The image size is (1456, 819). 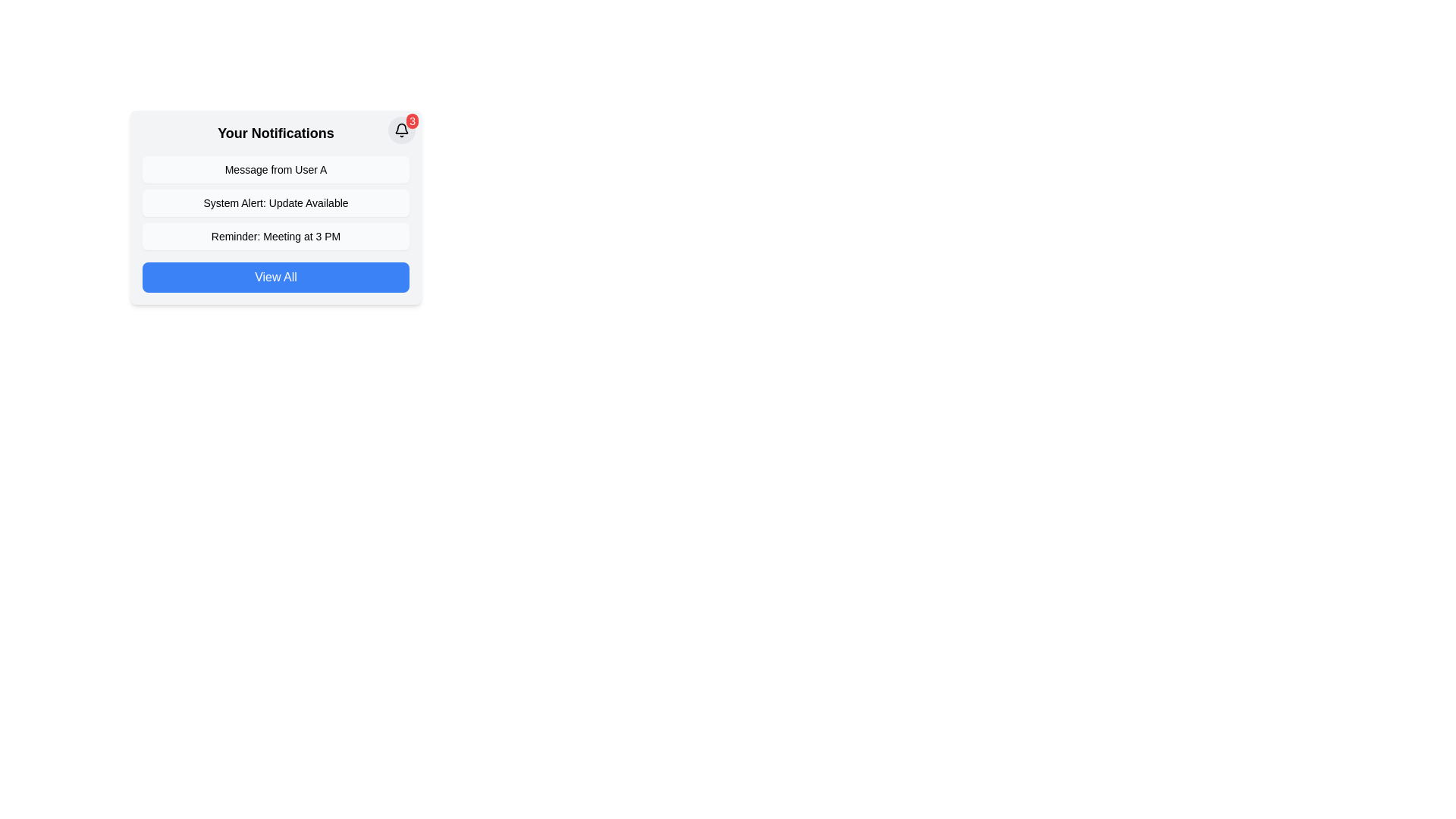 What do you see at coordinates (276, 202) in the screenshot?
I see `the static notification card that displays a system alert message about an available update, located between 'Message from User A' and 'Reminder: Meeting at 3 PM'` at bounding box center [276, 202].